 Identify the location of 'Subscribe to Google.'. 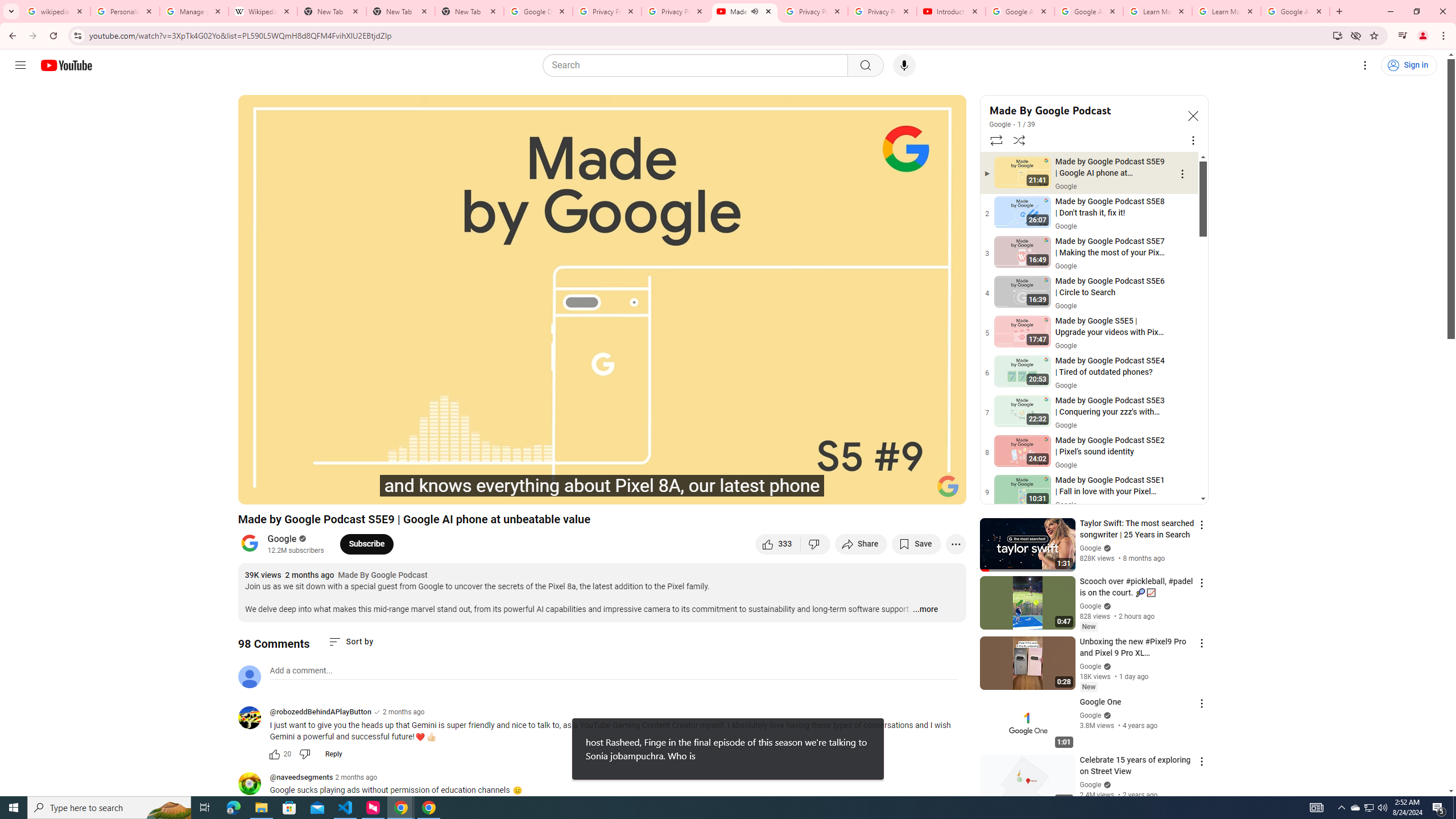
(366, 543).